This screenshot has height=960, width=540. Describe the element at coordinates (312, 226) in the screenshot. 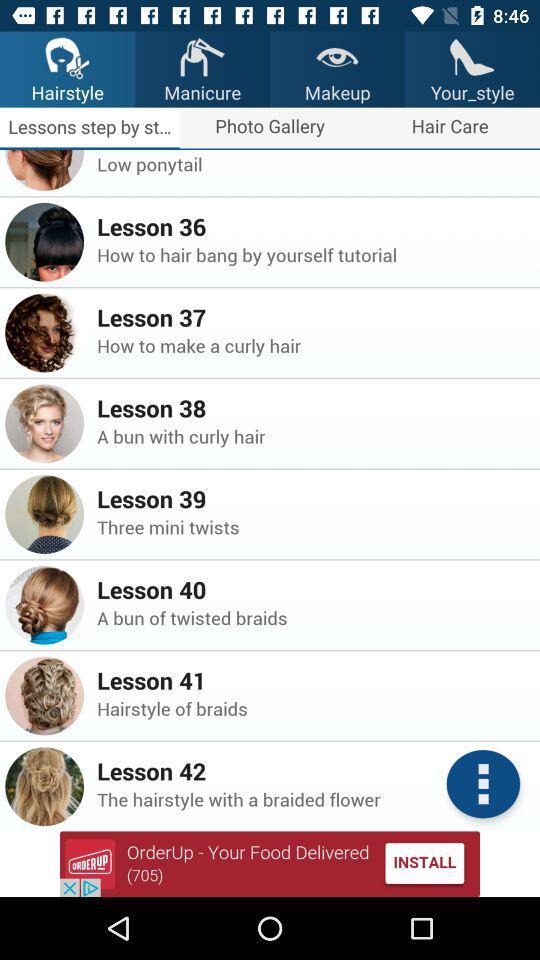

I see `item above how to hair icon` at that location.